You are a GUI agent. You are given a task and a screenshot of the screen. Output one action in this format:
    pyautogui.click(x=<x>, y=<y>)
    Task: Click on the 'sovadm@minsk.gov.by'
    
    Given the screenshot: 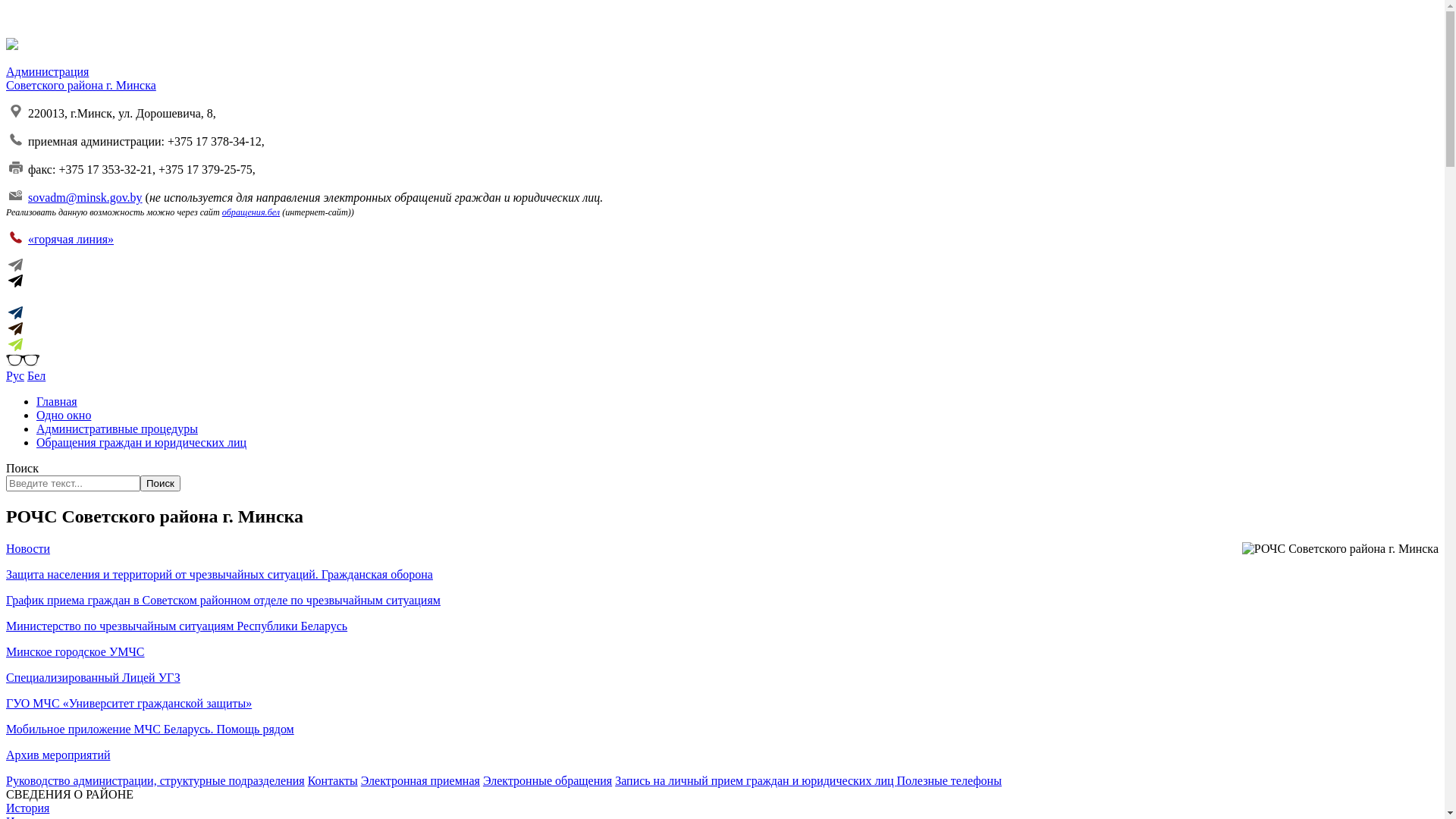 What is the action you would take?
    pyautogui.click(x=84, y=196)
    